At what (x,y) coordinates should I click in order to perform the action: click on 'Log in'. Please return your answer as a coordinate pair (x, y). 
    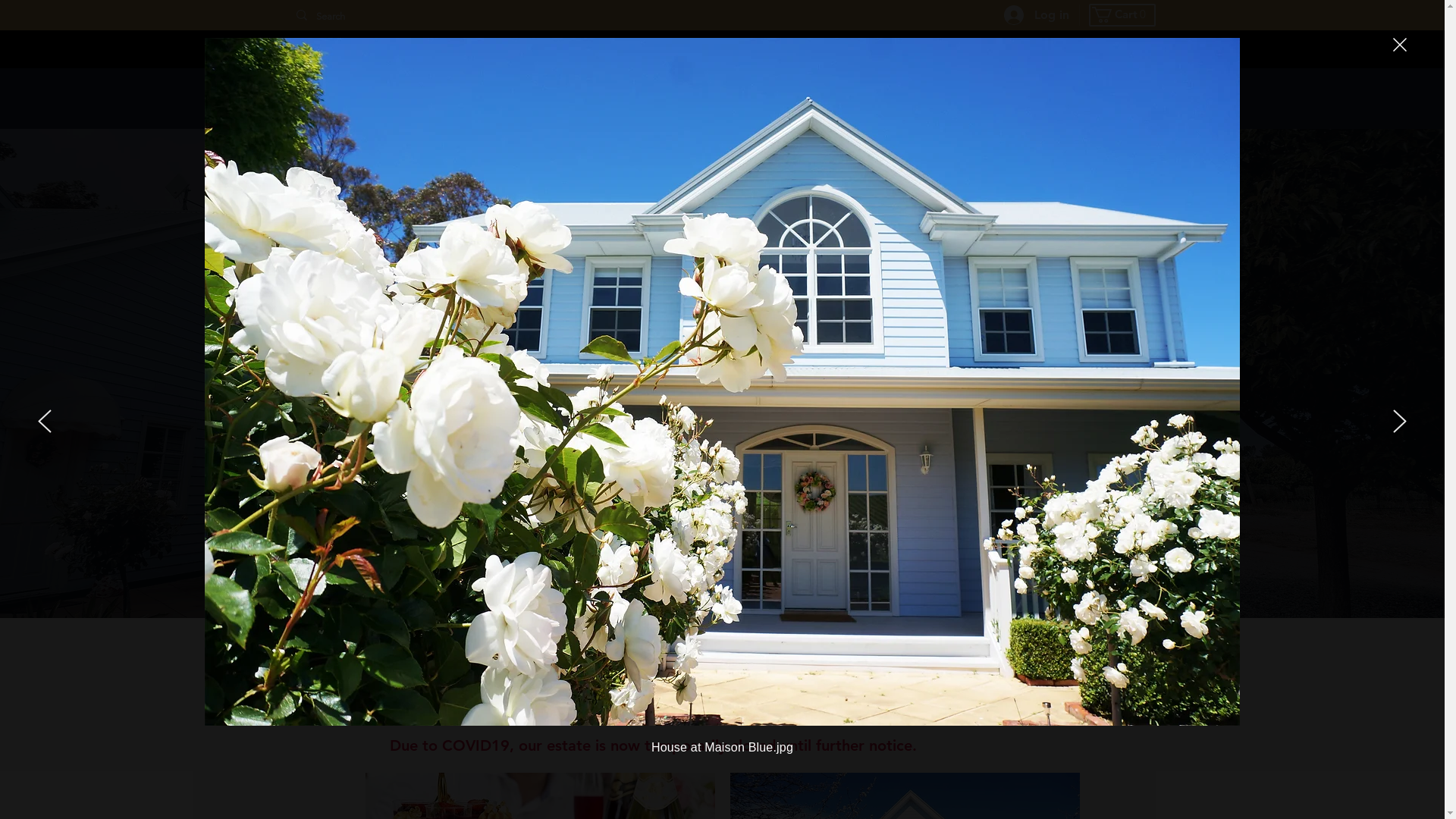
    Looking at the image, I should click on (993, 14).